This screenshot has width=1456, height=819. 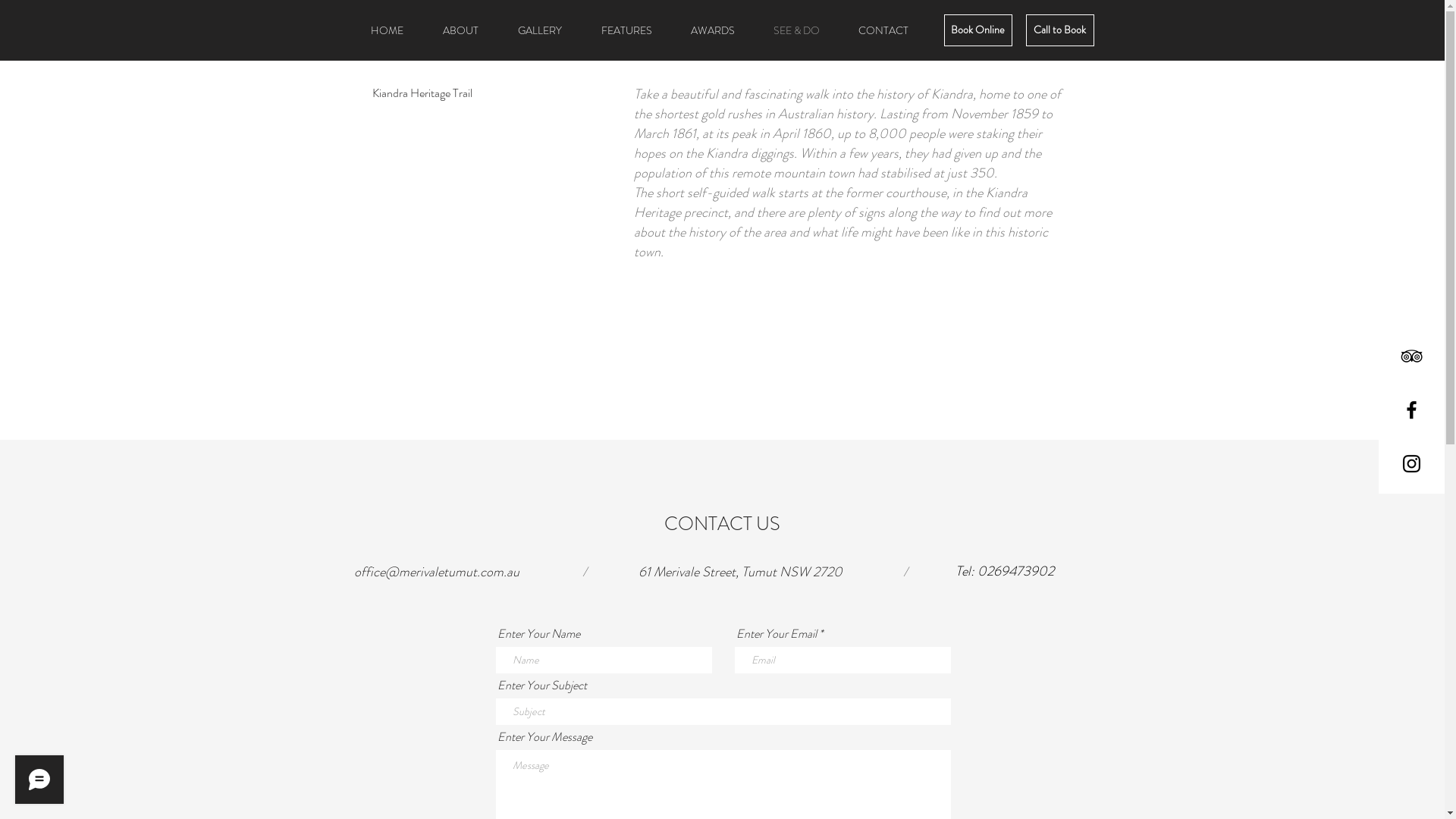 I want to click on 'HOME', so click(x=386, y=30).